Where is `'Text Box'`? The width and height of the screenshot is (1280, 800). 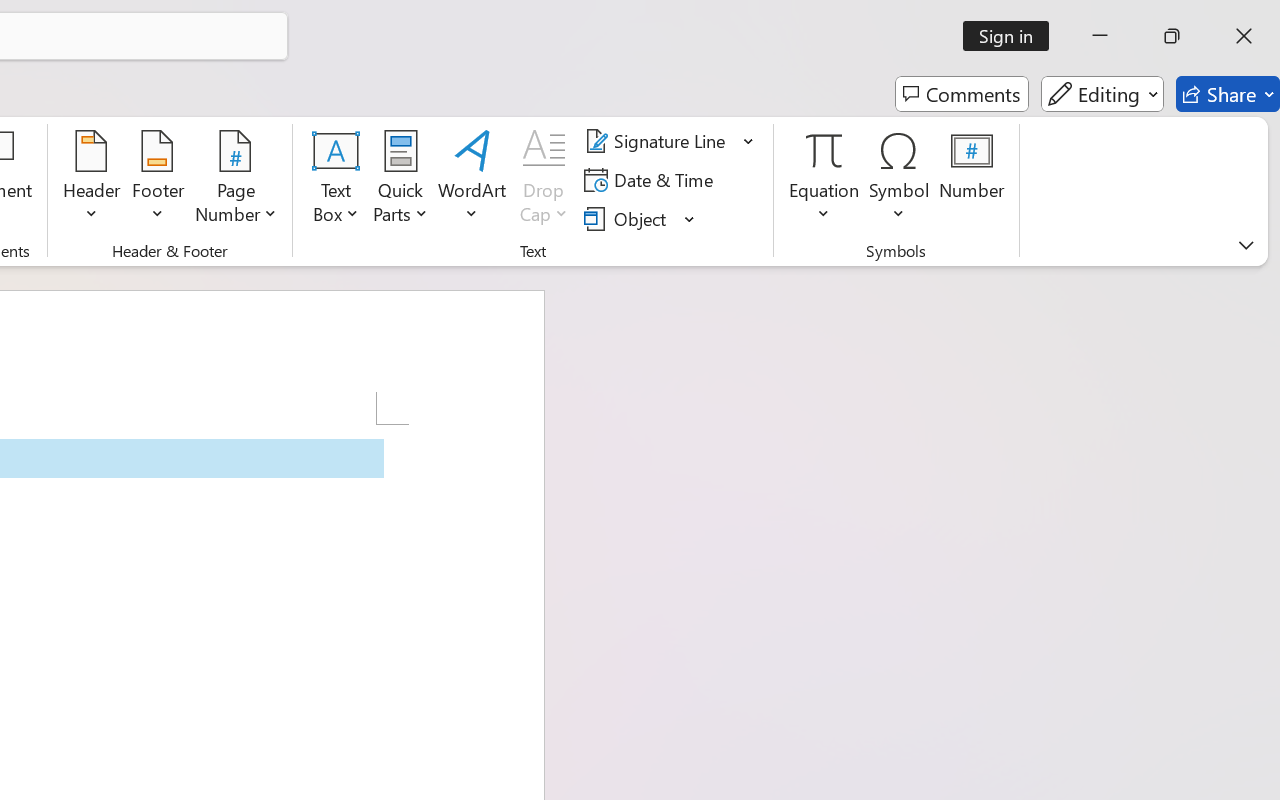 'Text Box' is located at coordinates (336, 179).